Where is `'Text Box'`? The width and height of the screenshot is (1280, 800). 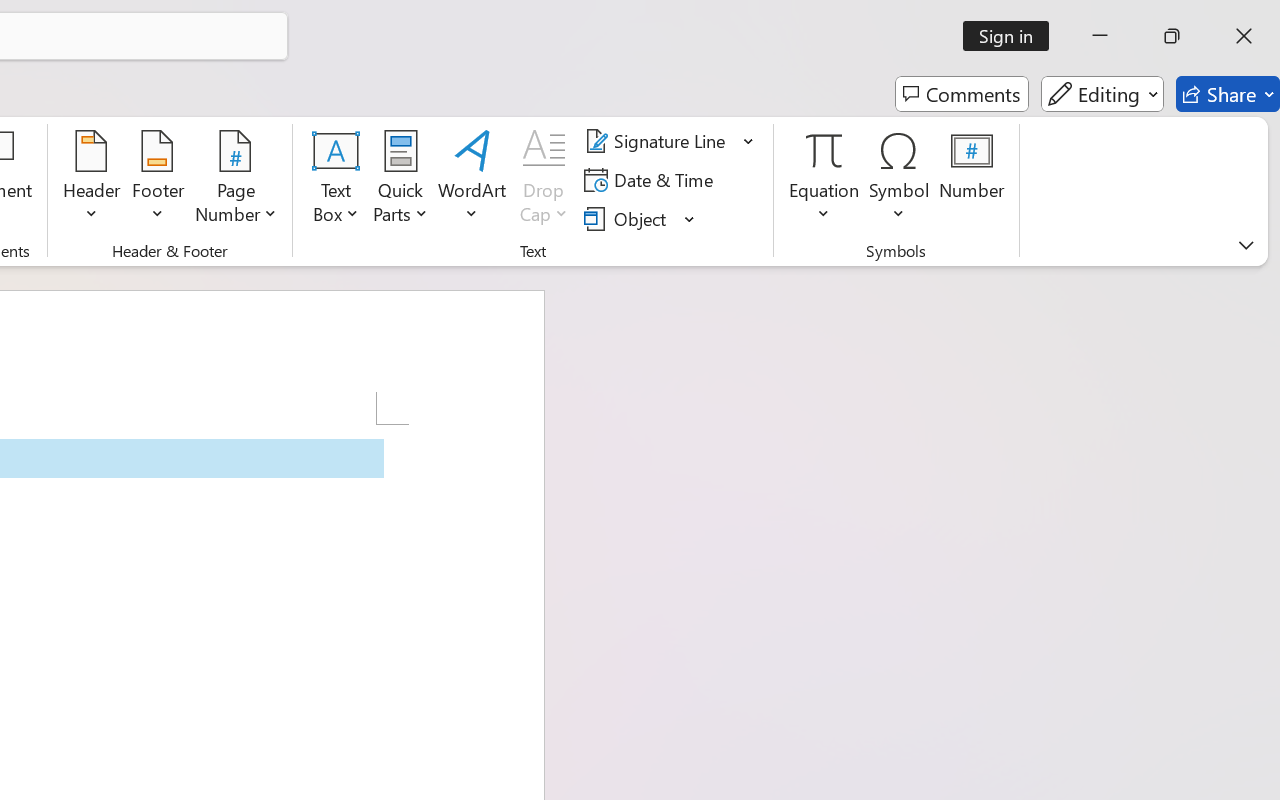 'Text Box' is located at coordinates (336, 179).